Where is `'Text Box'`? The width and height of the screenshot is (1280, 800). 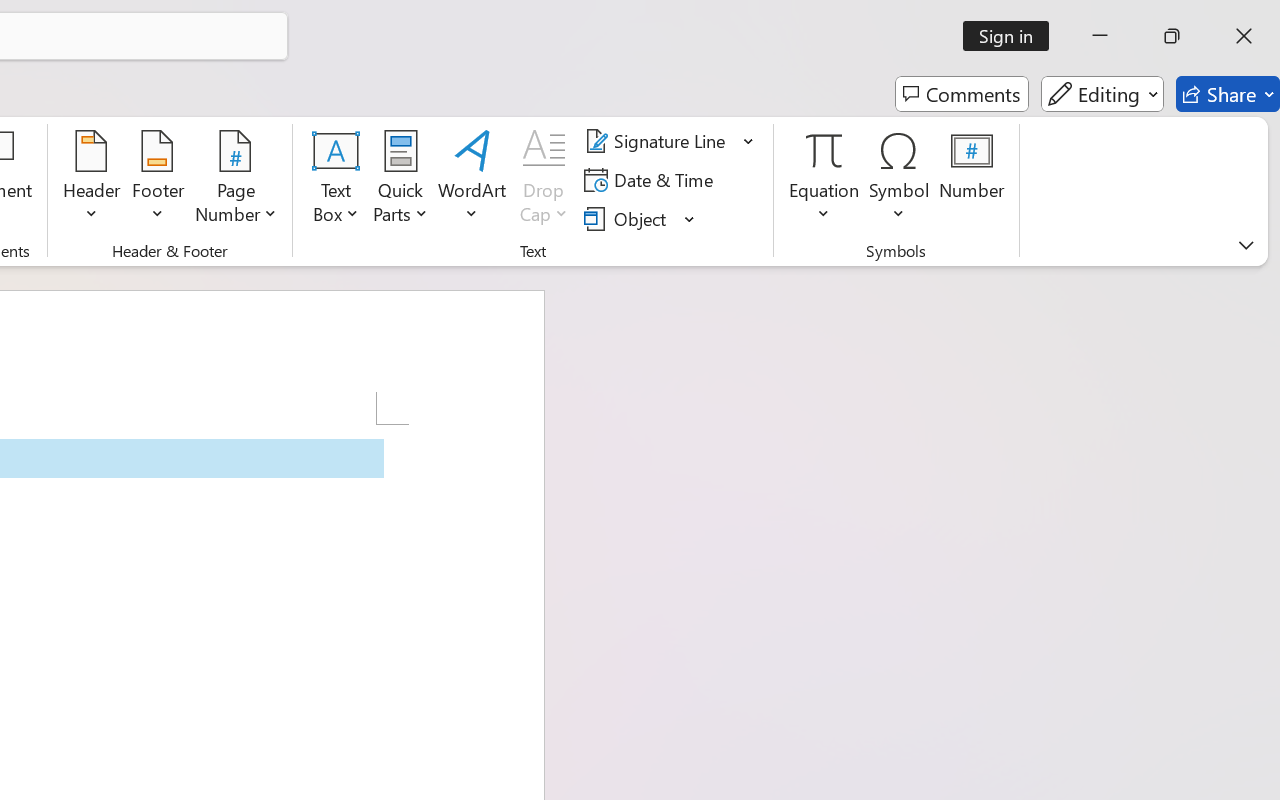 'Text Box' is located at coordinates (336, 179).